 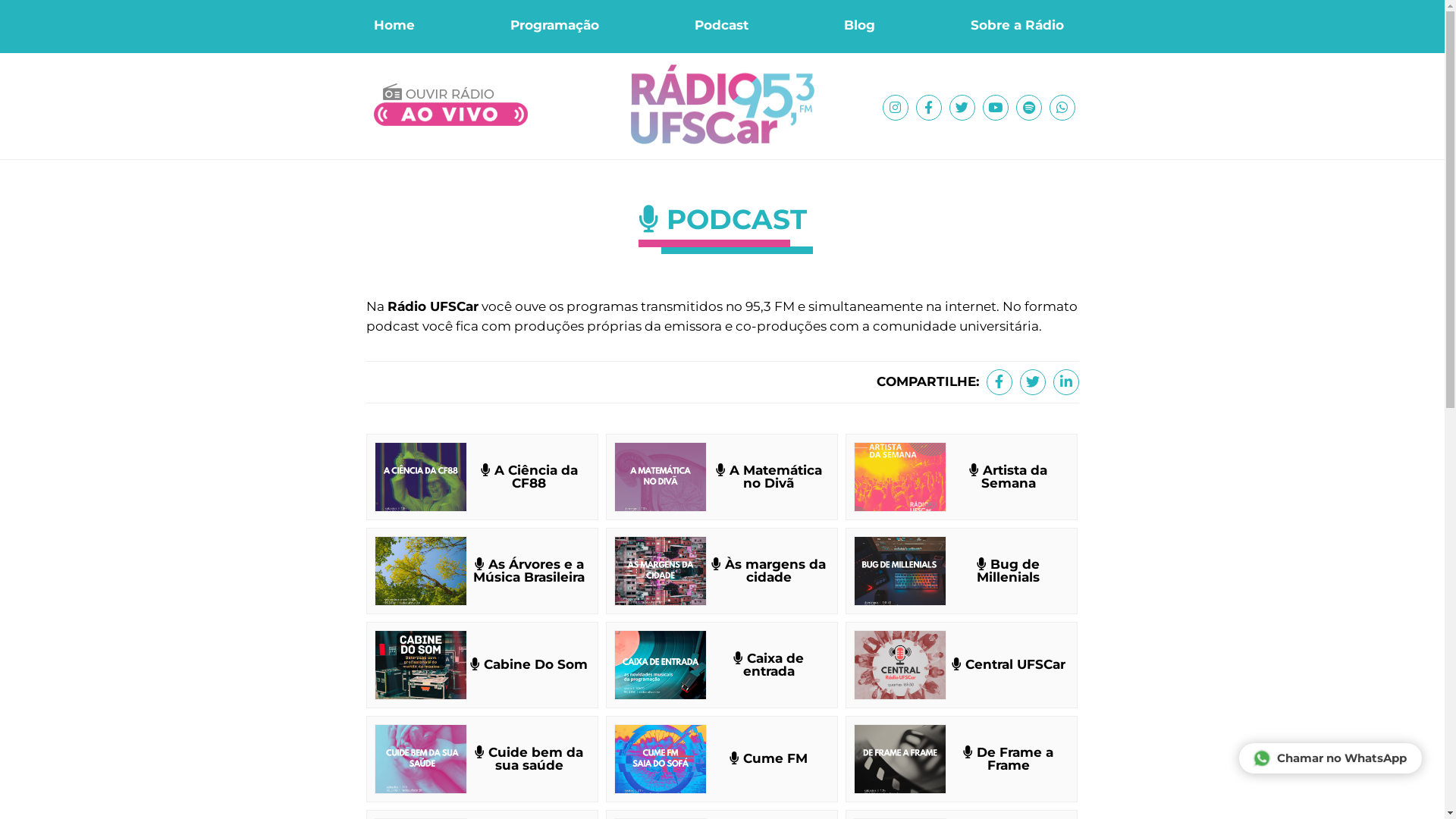 What do you see at coordinates (1031, 381) in the screenshot?
I see `'Twitter'` at bounding box center [1031, 381].